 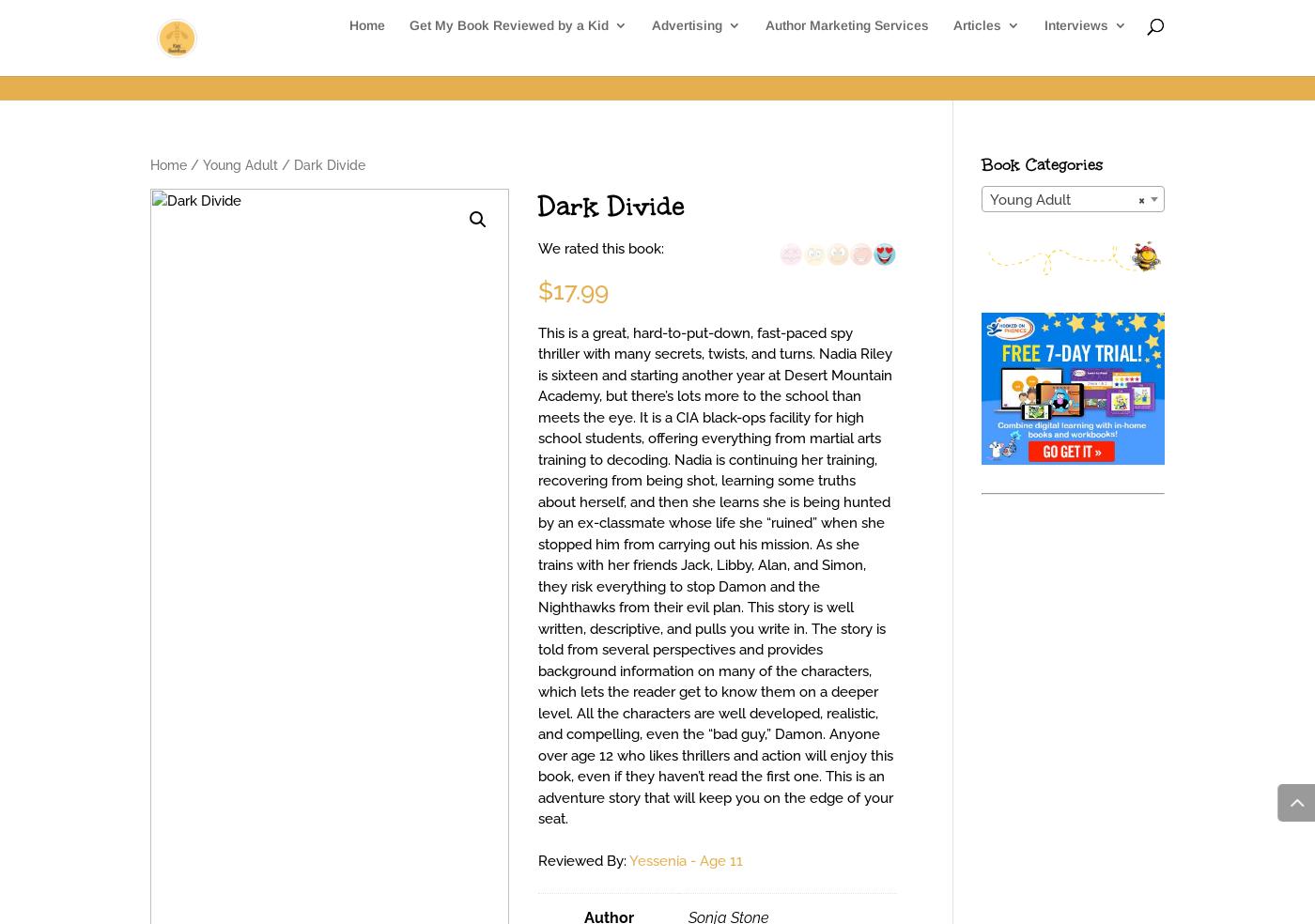 I want to click on 'Book Categories', so click(x=1041, y=164).